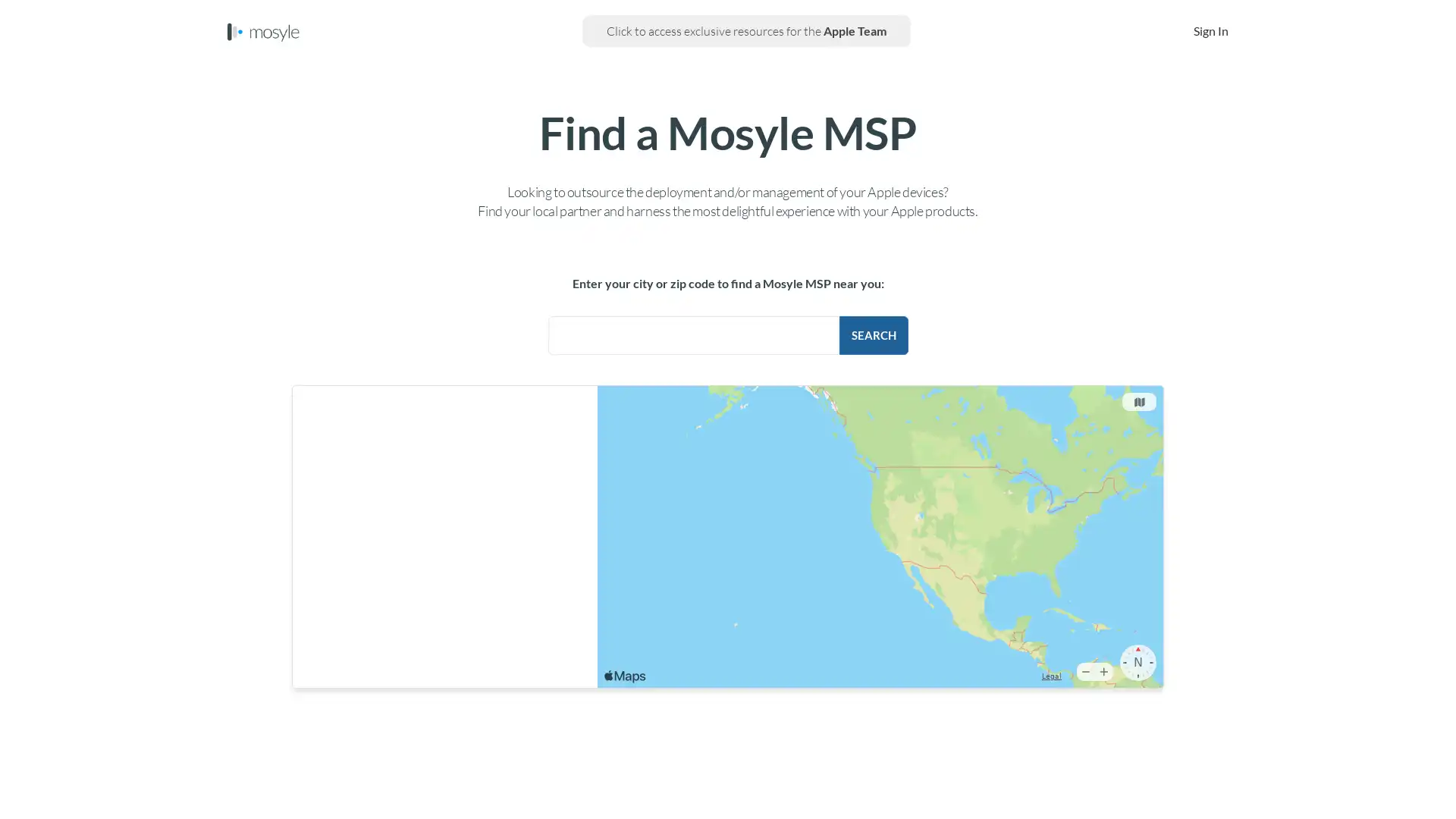 The width and height of the screenshot is (1456, 819). I want to click on Search, so click(873, 334).